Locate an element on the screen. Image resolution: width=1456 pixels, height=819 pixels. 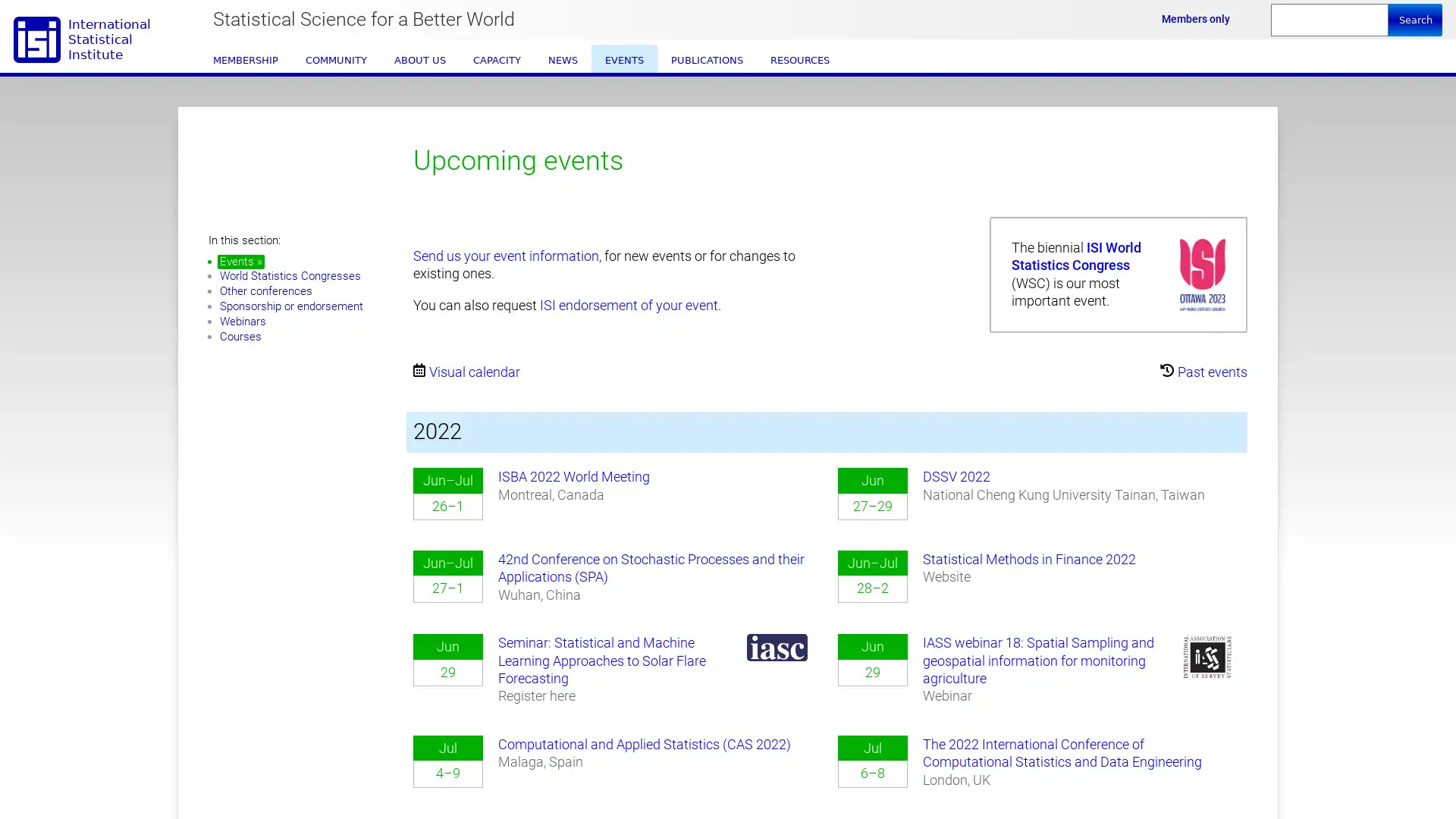
Search is located at coordinates (1414, 20).